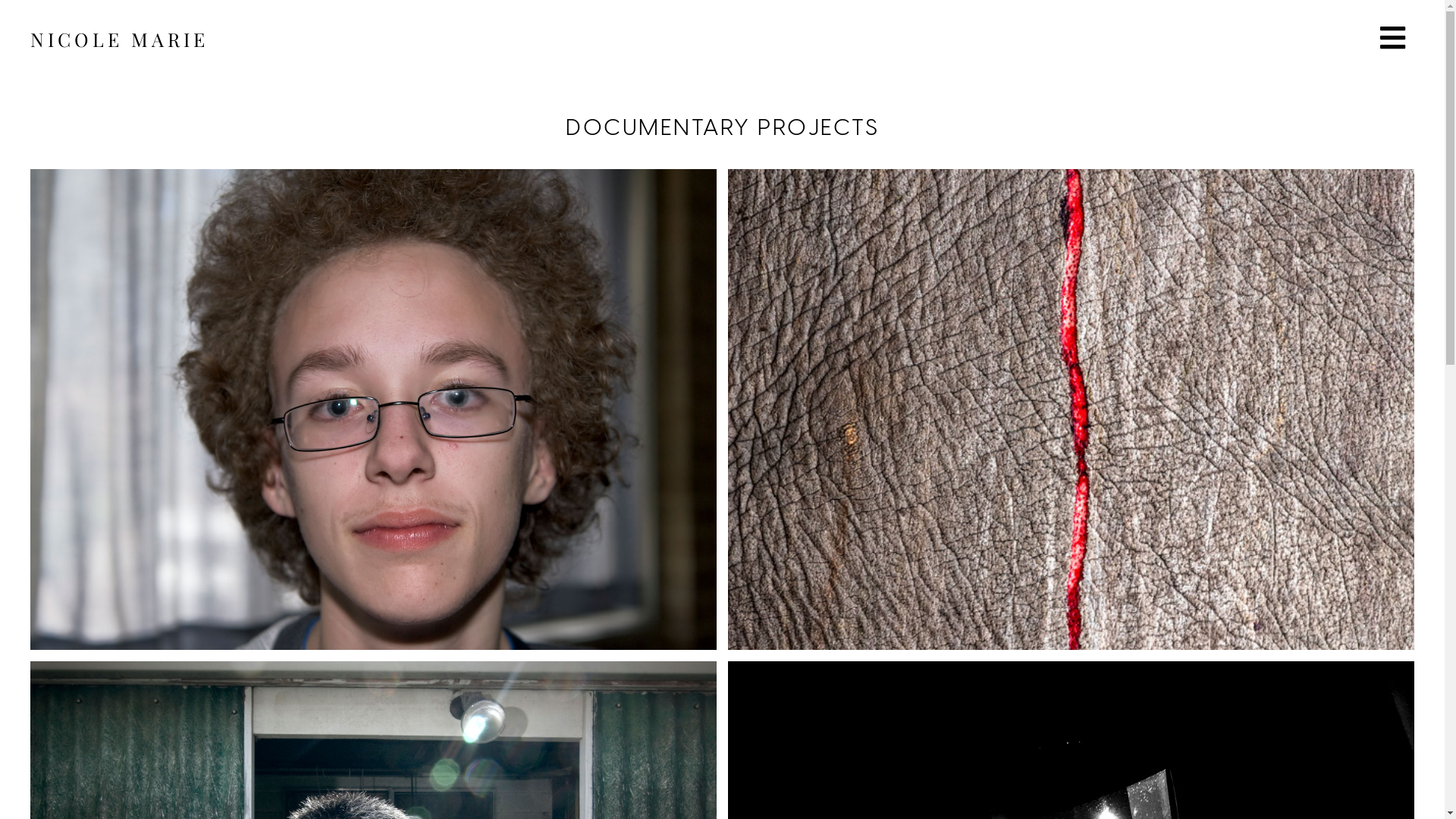  I want to click on 'NICOLE MARIE', so click(118, 38).